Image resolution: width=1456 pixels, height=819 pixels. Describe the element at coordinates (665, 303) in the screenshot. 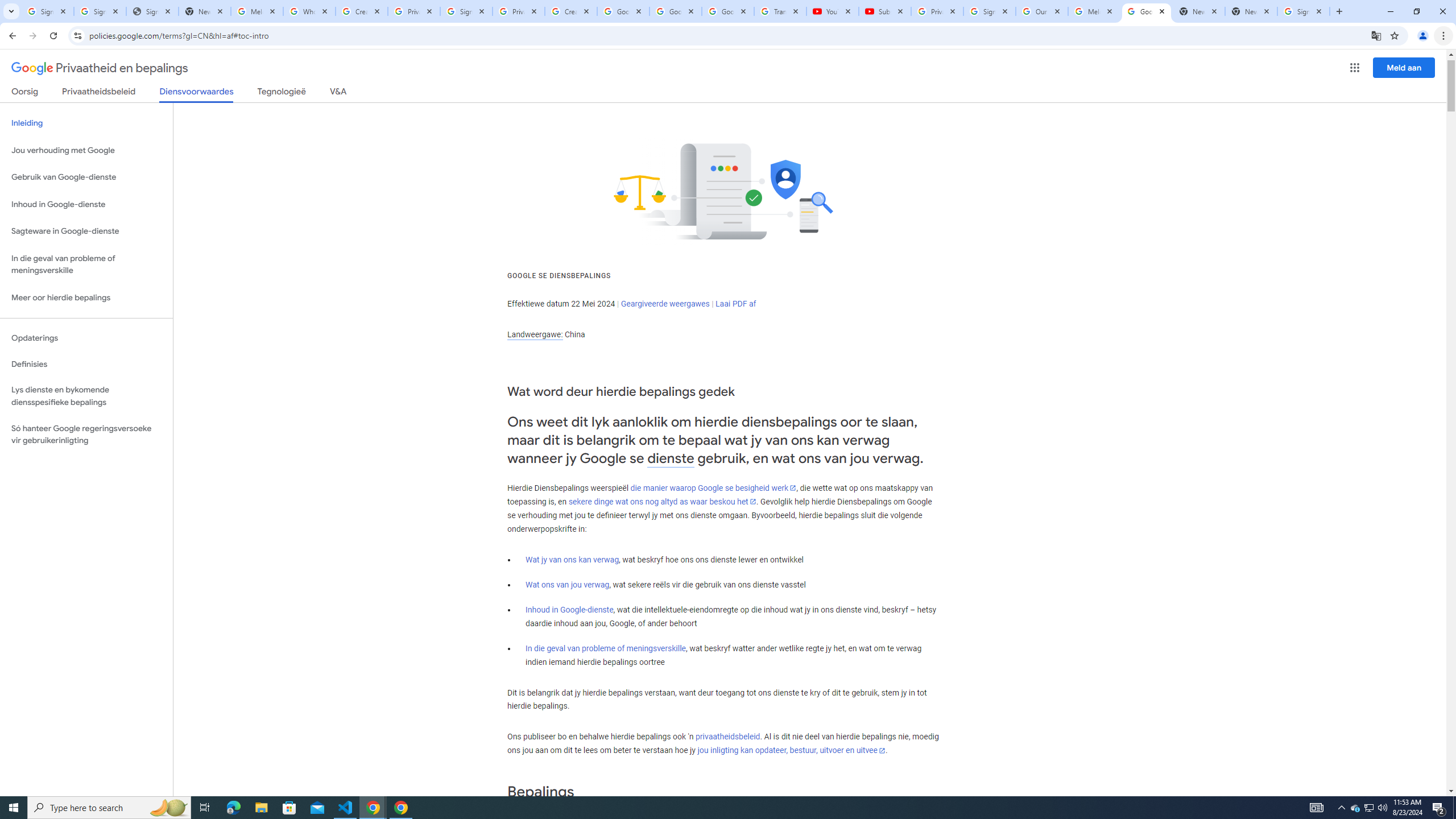

I see `'Geargiveerde weergawes'` at that location.